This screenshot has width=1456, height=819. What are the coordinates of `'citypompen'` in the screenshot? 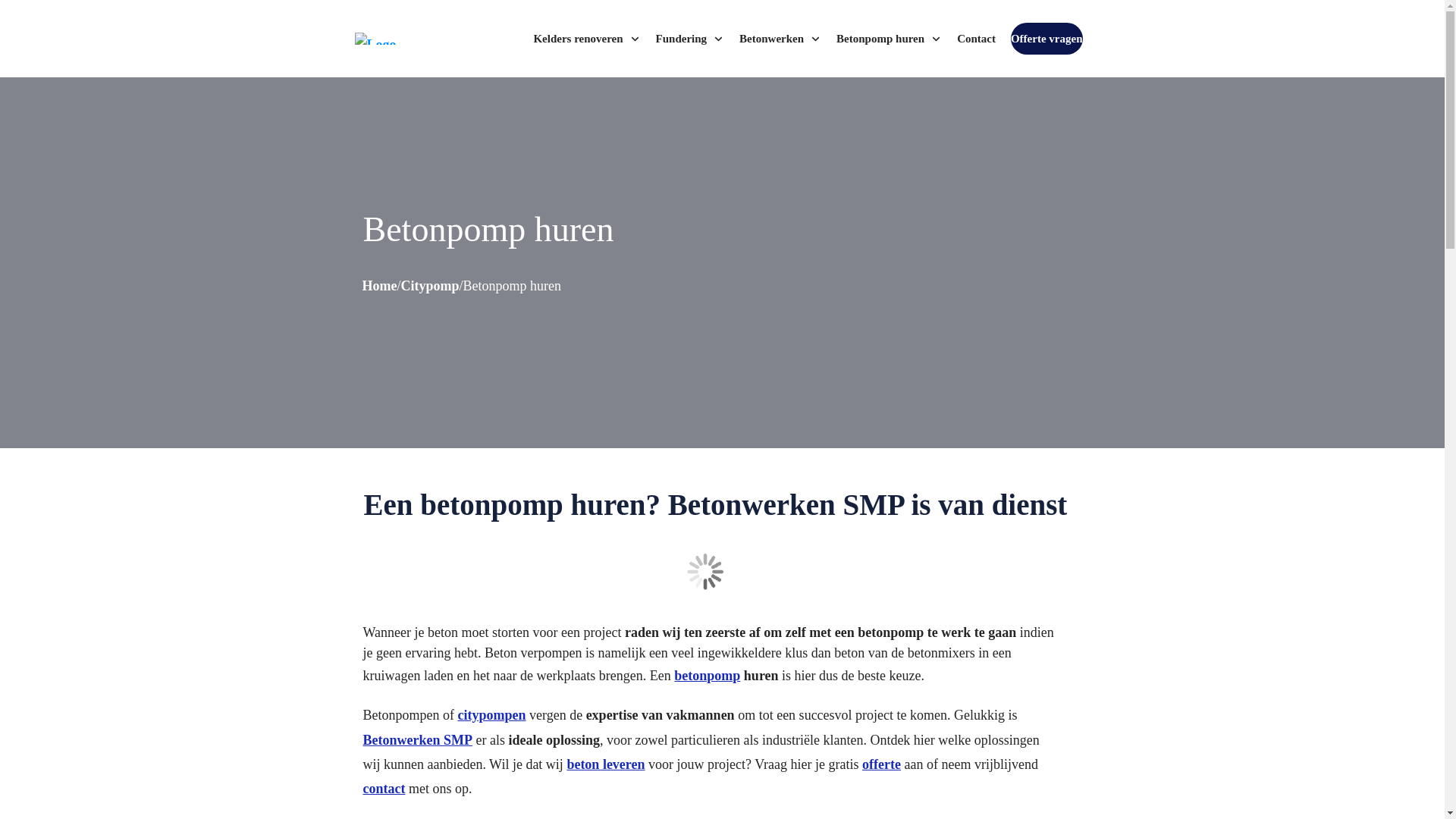 It's located at (491, 714).